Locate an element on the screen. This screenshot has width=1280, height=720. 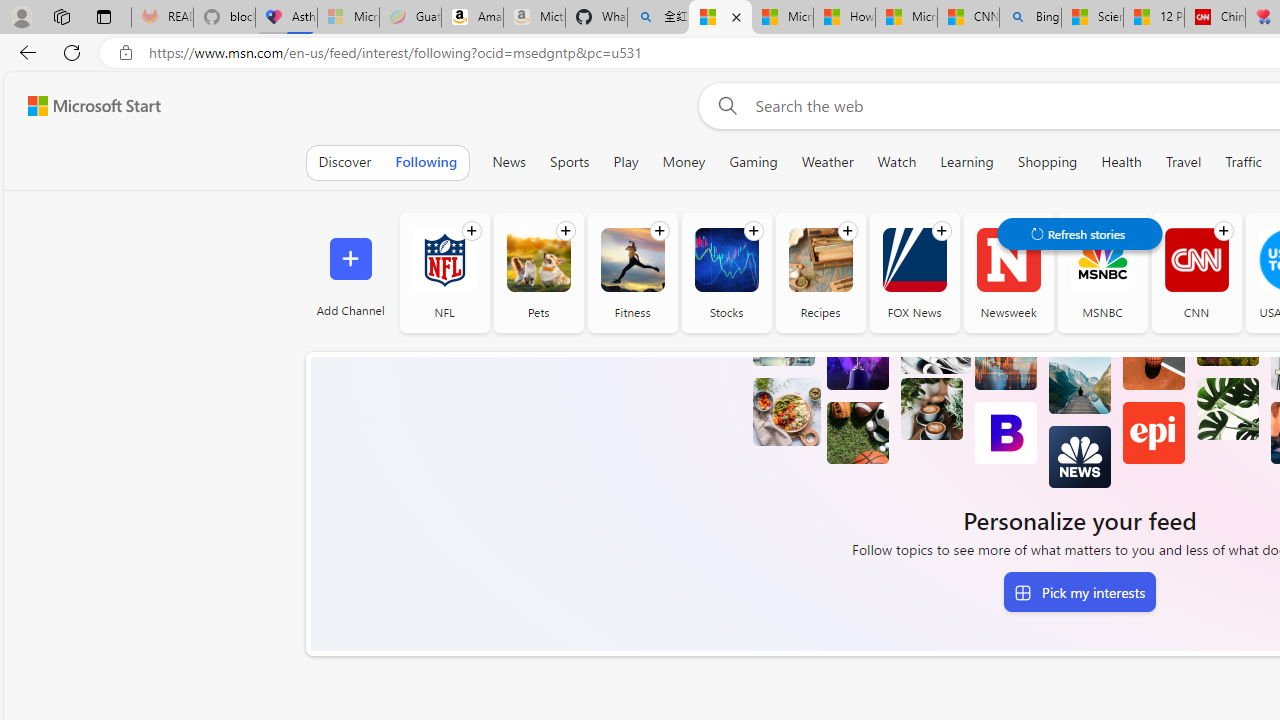
'Money' is located at coordinates (684, 161).